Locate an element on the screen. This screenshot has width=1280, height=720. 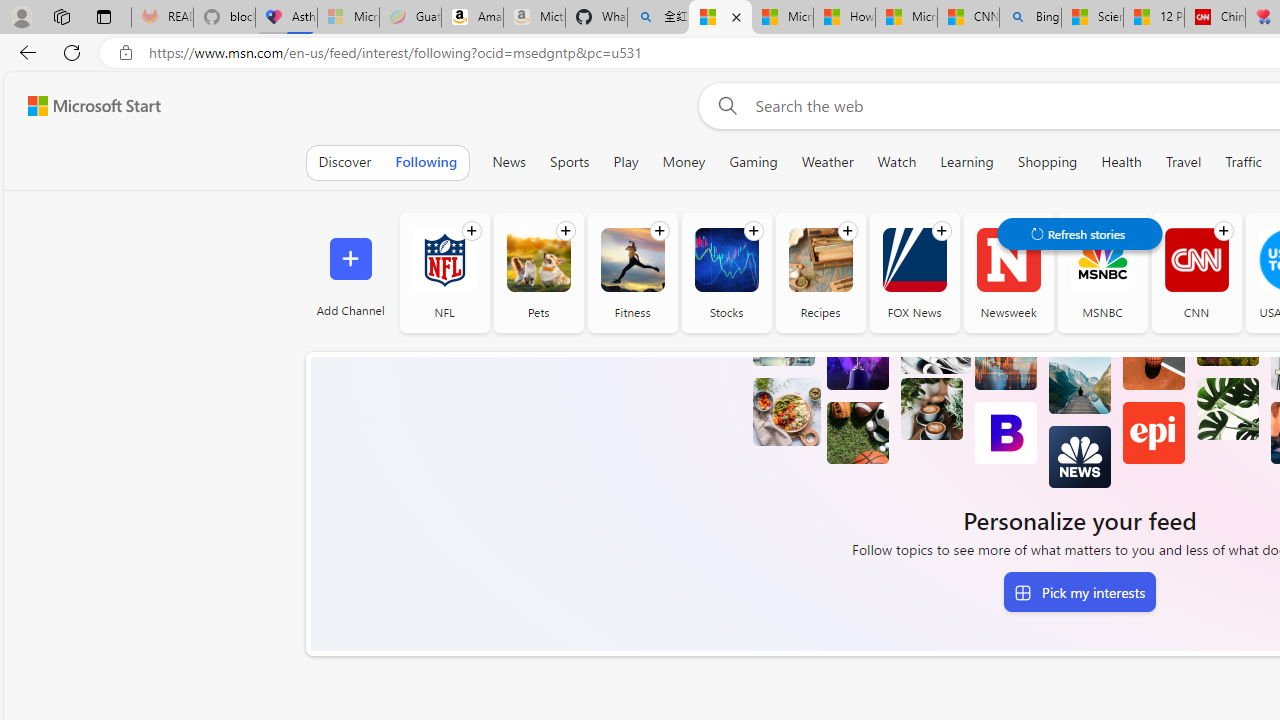
'Money' is located at coordinates (684, 161).